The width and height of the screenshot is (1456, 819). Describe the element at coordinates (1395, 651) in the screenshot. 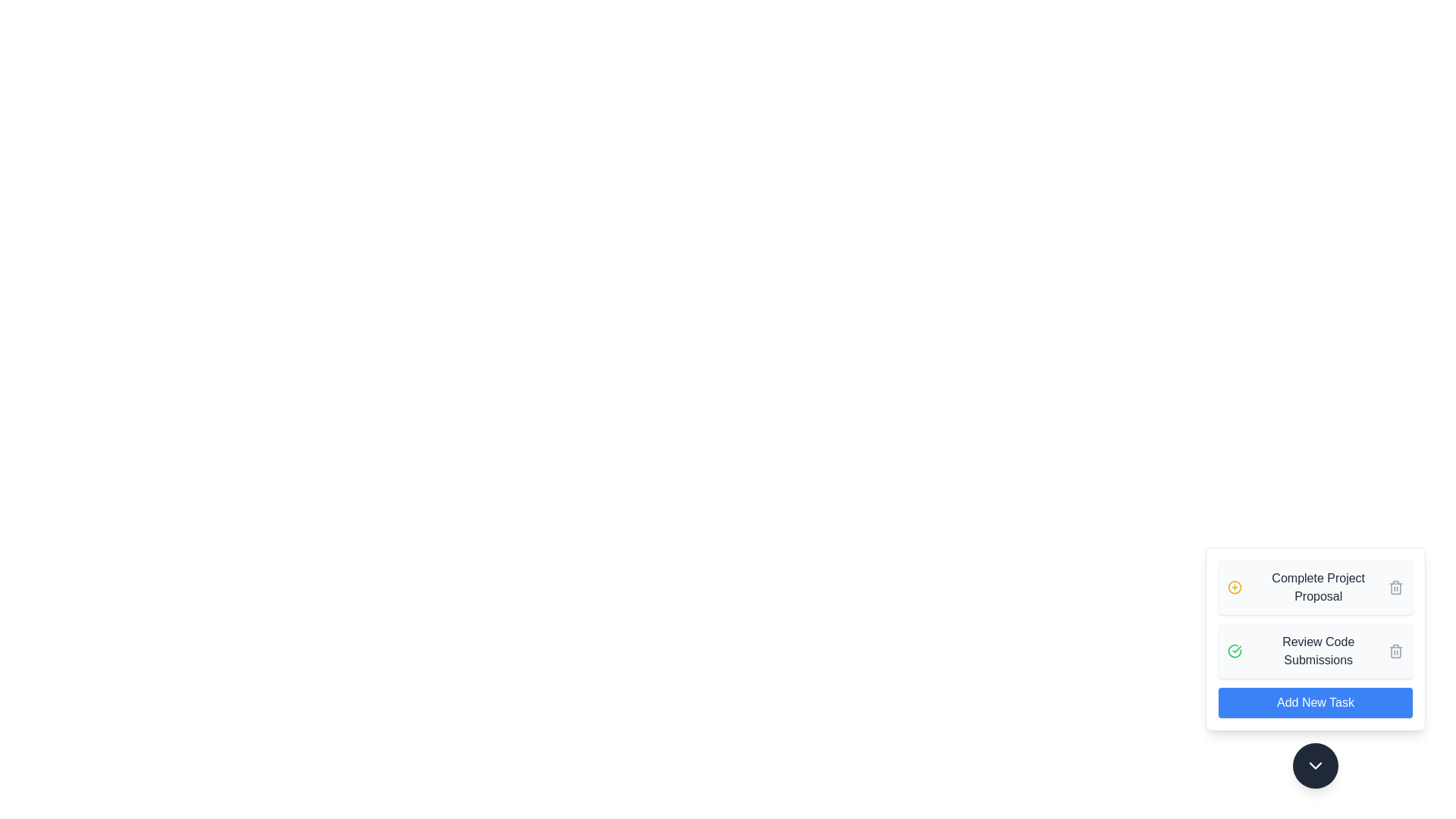

I see `the delete icon next to the task Review Code Submissions to delete it` at that location.